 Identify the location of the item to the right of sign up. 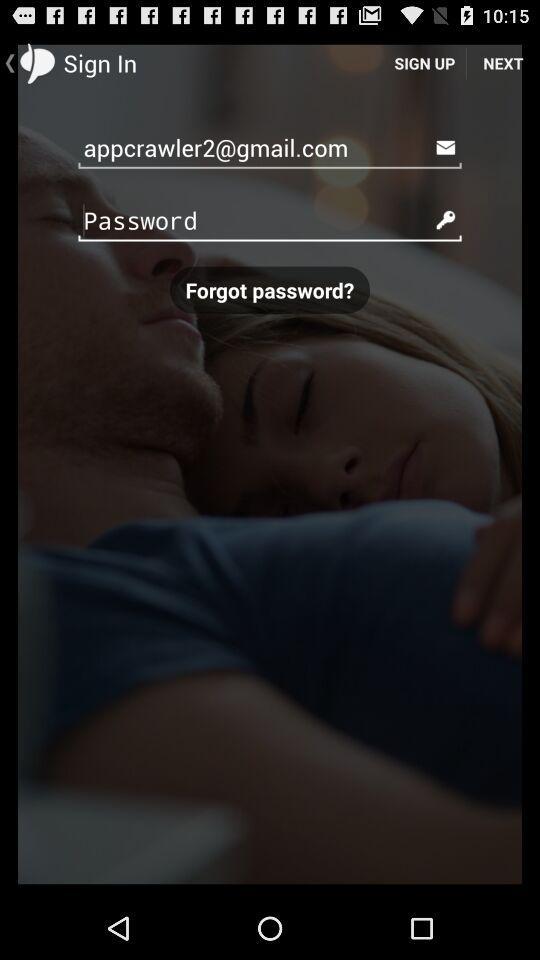
(502, 62).